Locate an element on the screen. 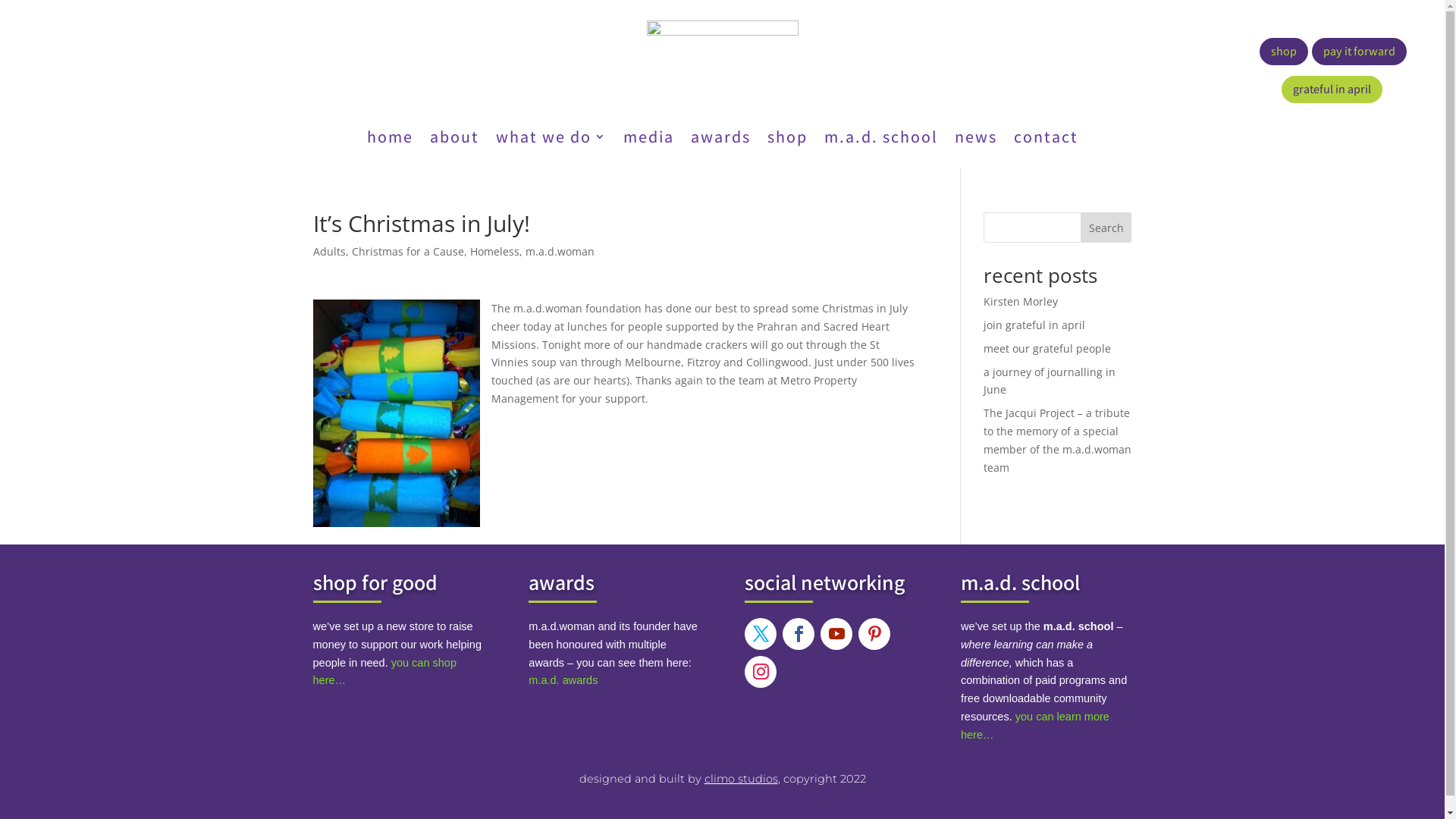 The image size is (1456, 819). 'Follow on Instagram' is located at coordinates (745, 671).